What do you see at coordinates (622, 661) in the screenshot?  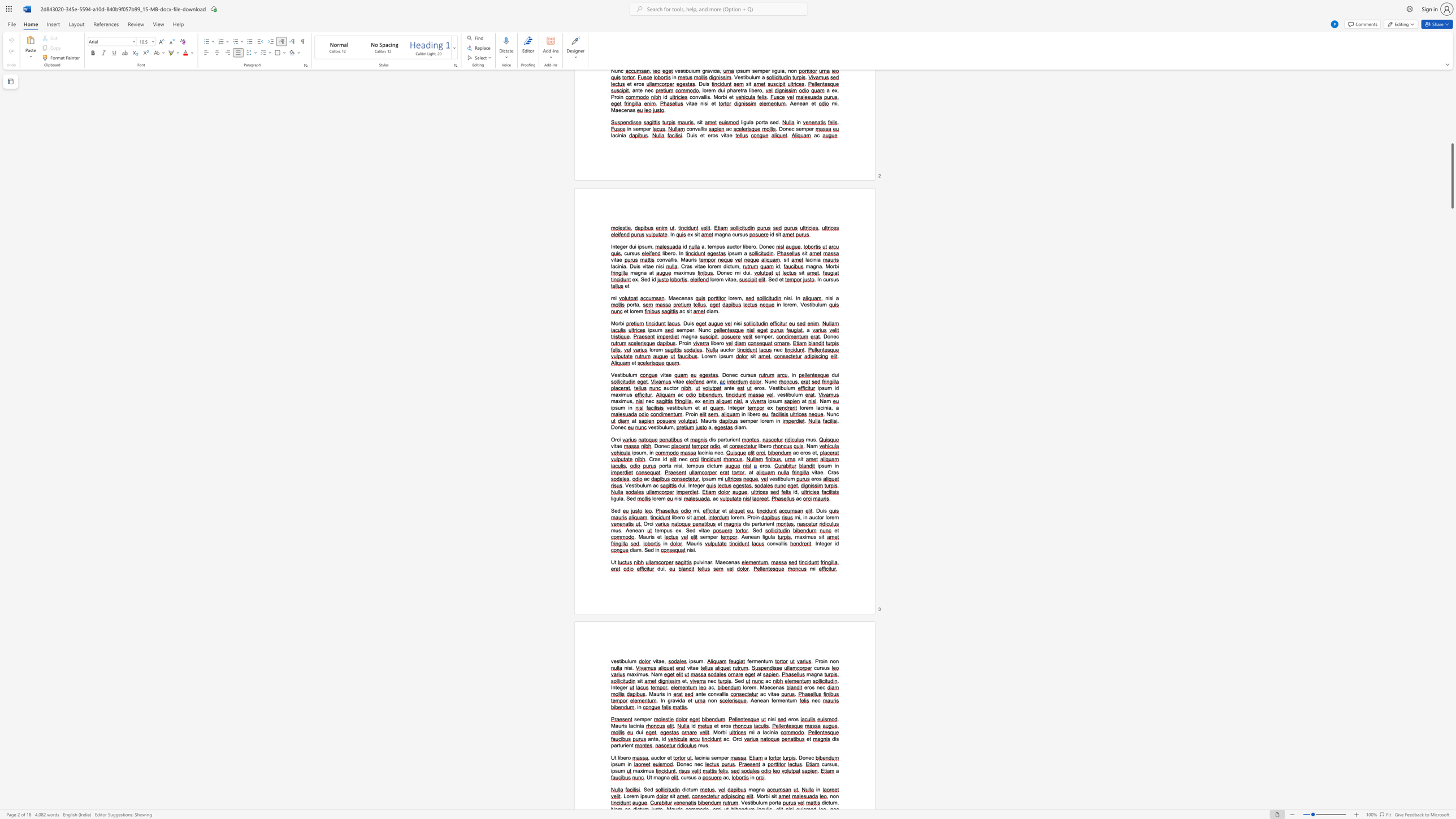 I see `the space between the continuous character "i" and "b" in the text` at bounding box center [622, 661].